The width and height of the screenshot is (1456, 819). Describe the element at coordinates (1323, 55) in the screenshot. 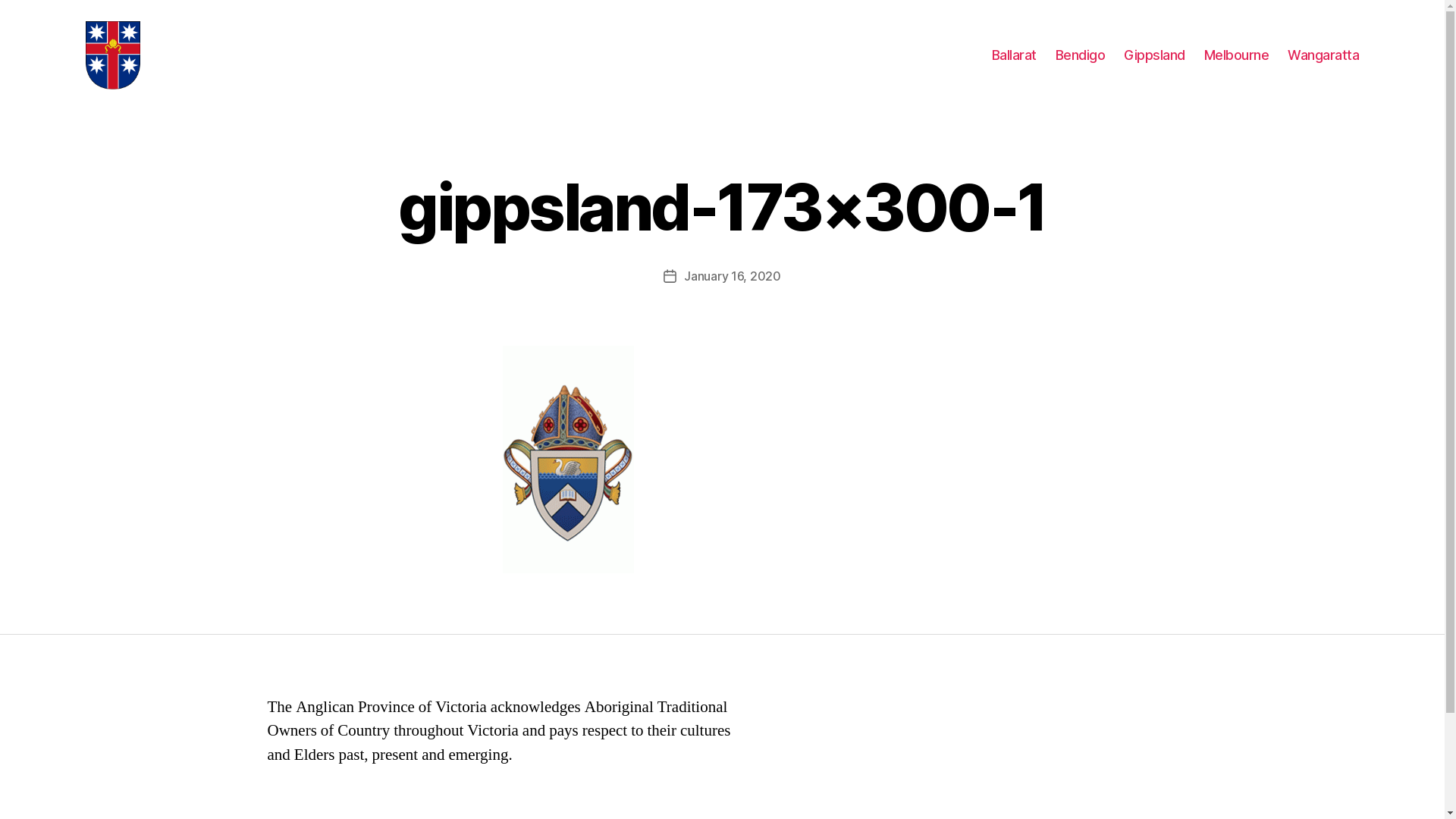

I see `'Wangaratta'` at that location.